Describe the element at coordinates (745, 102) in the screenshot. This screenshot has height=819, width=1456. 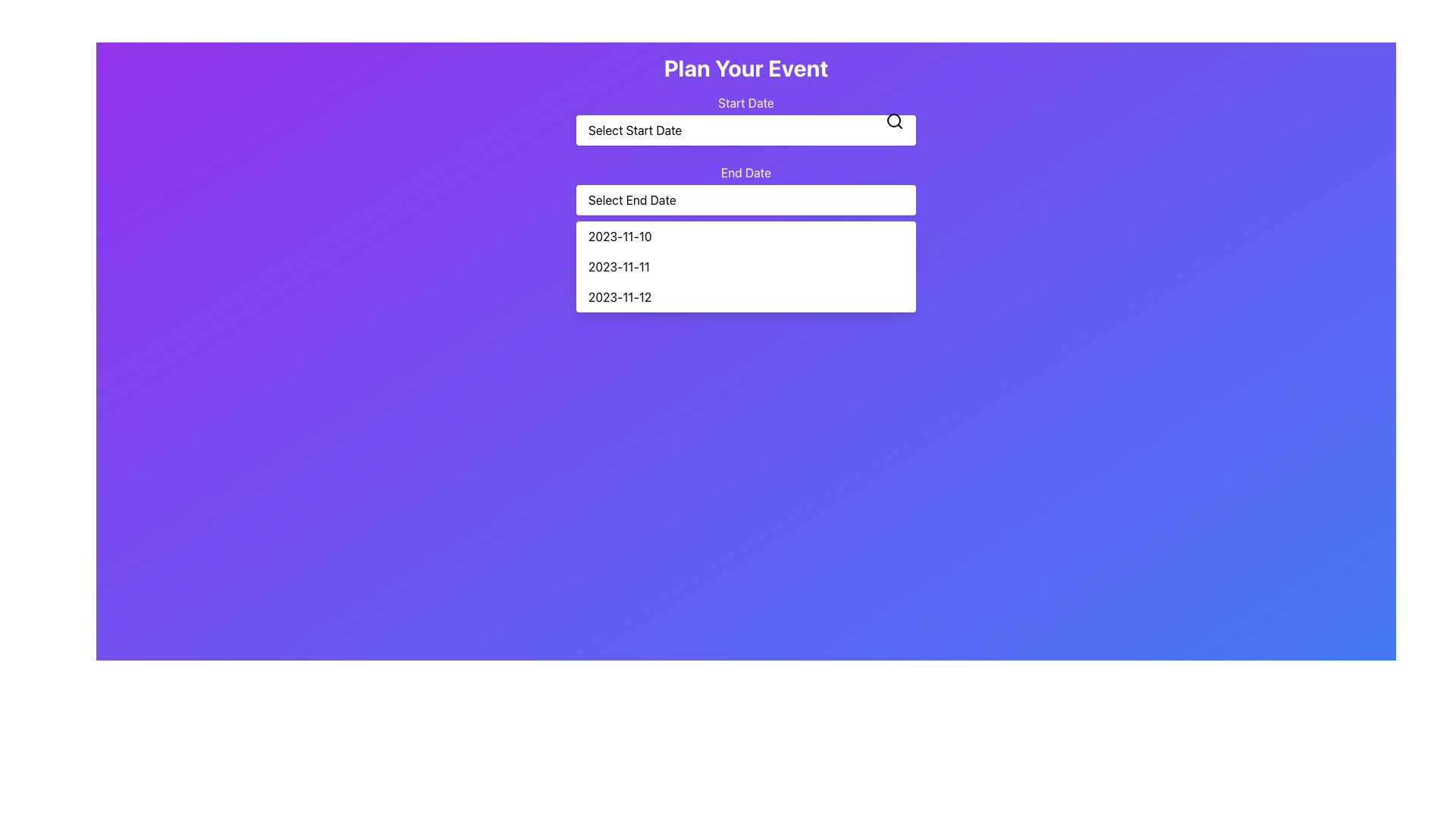
I see `the 'Start Date' text label, which displays in bold white font on a purple background, positioned above the 'Select Start Date' field` at that location.